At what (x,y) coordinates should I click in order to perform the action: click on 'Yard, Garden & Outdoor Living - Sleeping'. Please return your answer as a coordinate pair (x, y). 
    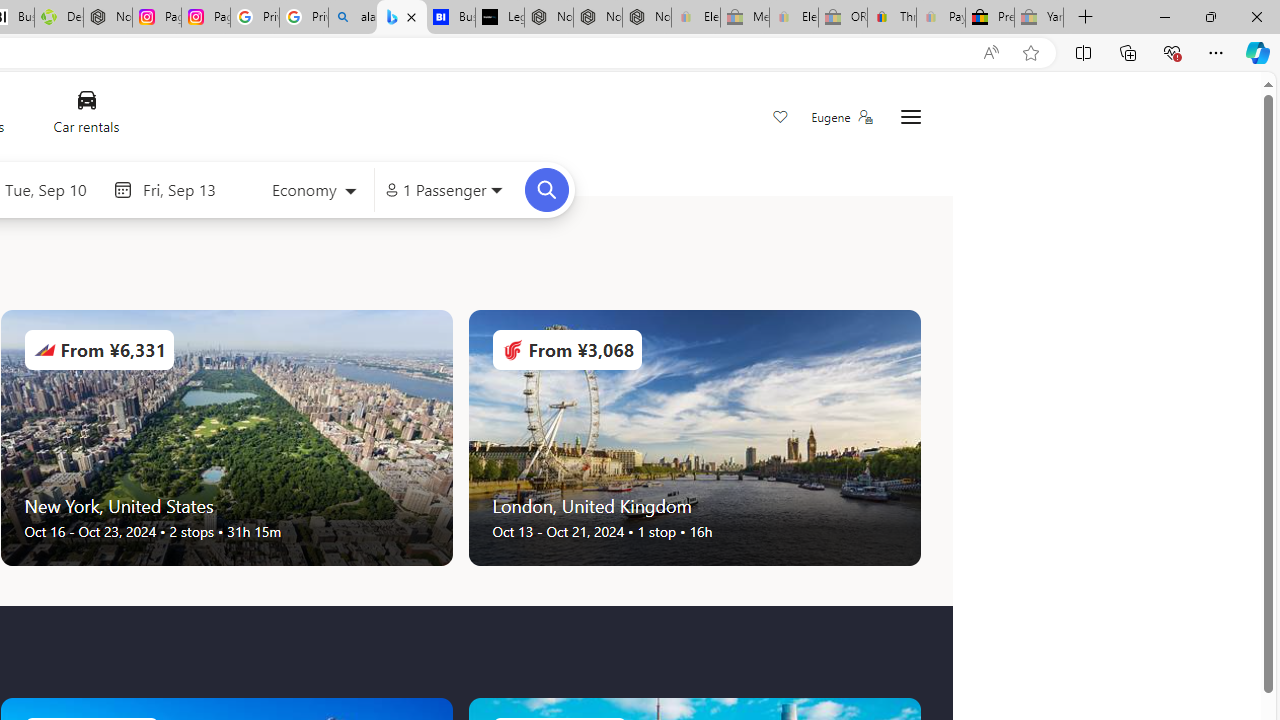
    Looking at the image, I should click on (1039, 17).